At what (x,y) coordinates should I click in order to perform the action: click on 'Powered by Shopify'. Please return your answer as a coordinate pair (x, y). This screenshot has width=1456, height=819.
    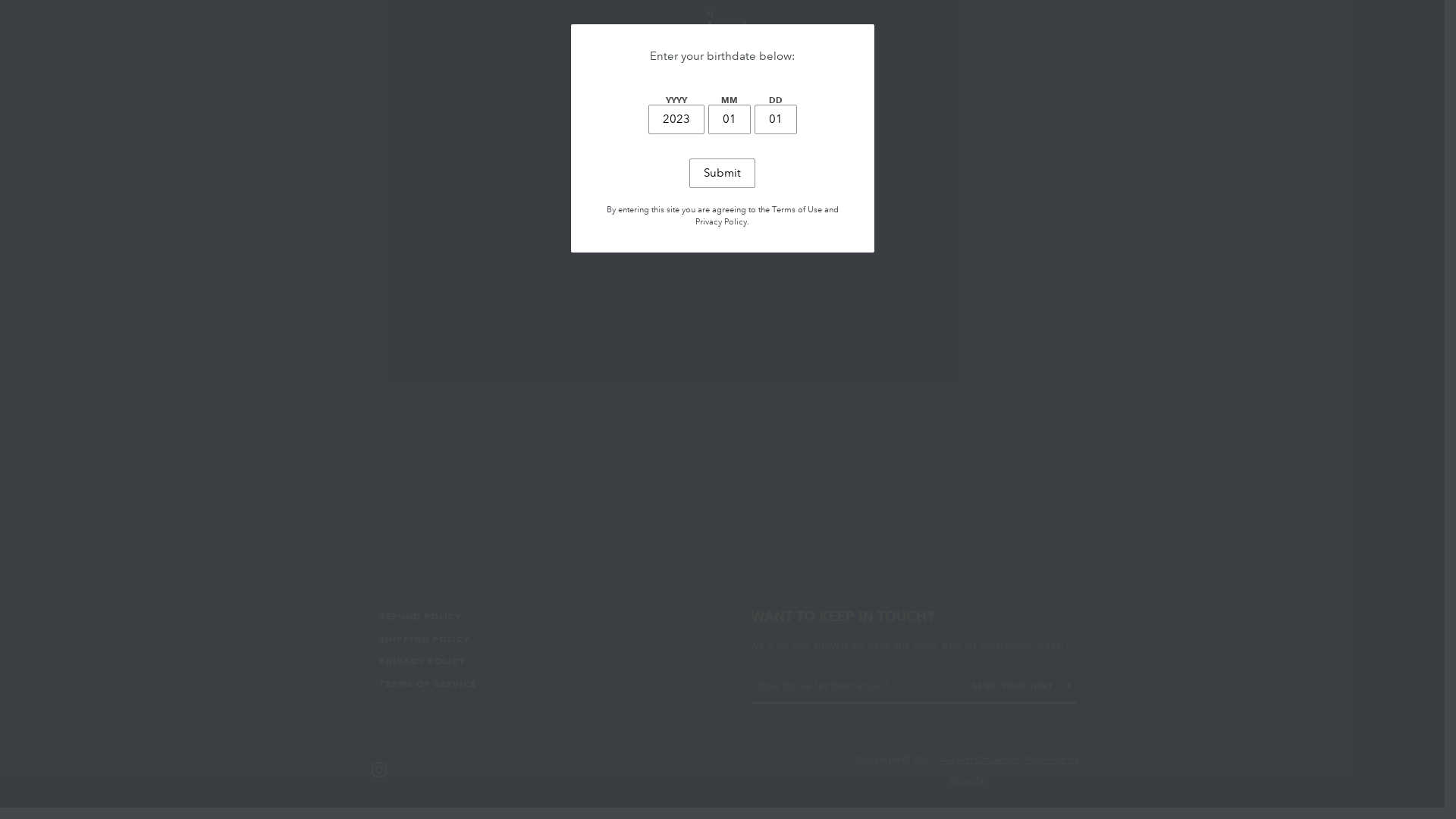
    Looking at the image, I should click on (1014, 769).